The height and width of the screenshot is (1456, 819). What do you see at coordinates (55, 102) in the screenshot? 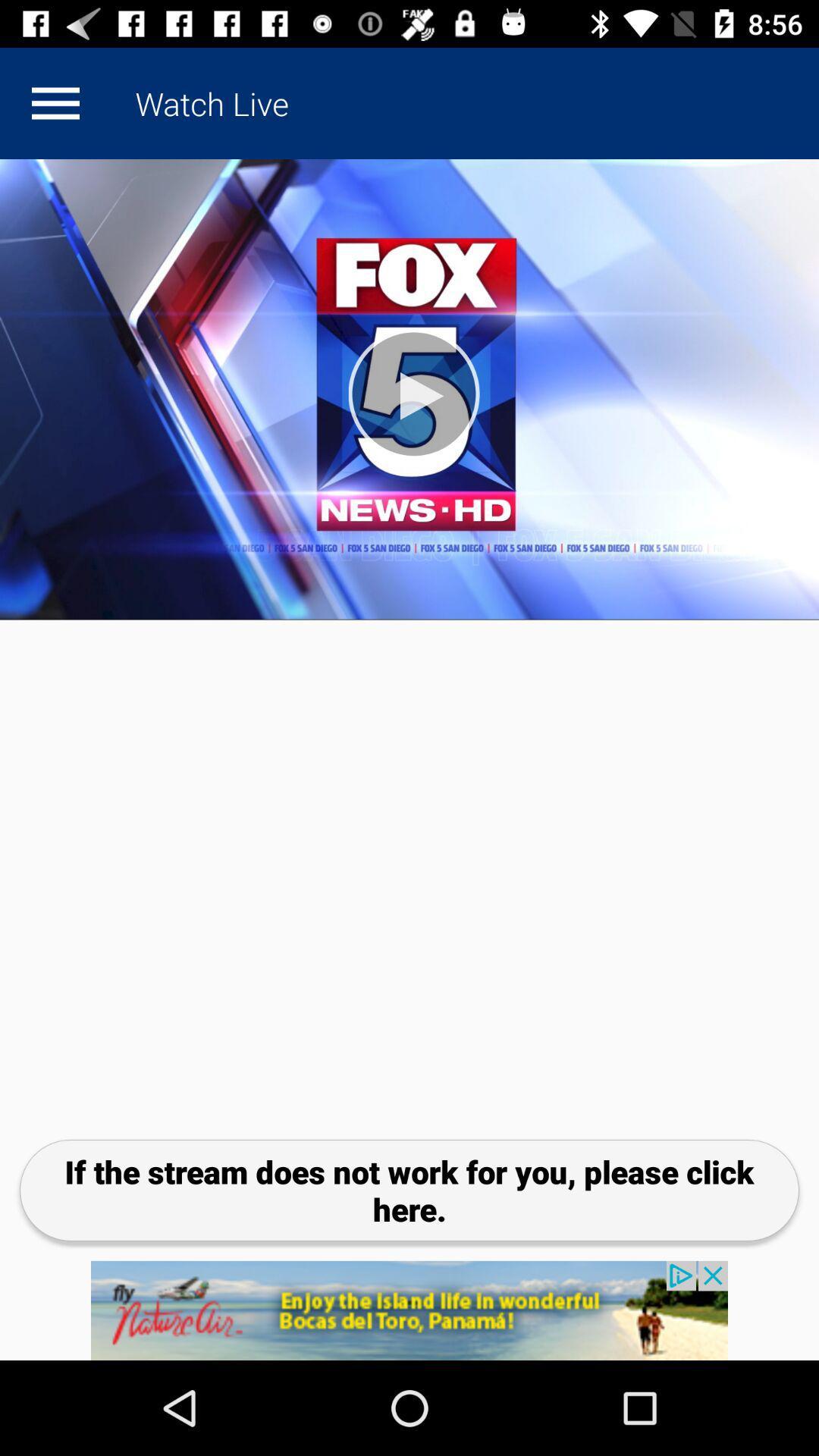
I see `stteting` at bounding box center [55, 102].